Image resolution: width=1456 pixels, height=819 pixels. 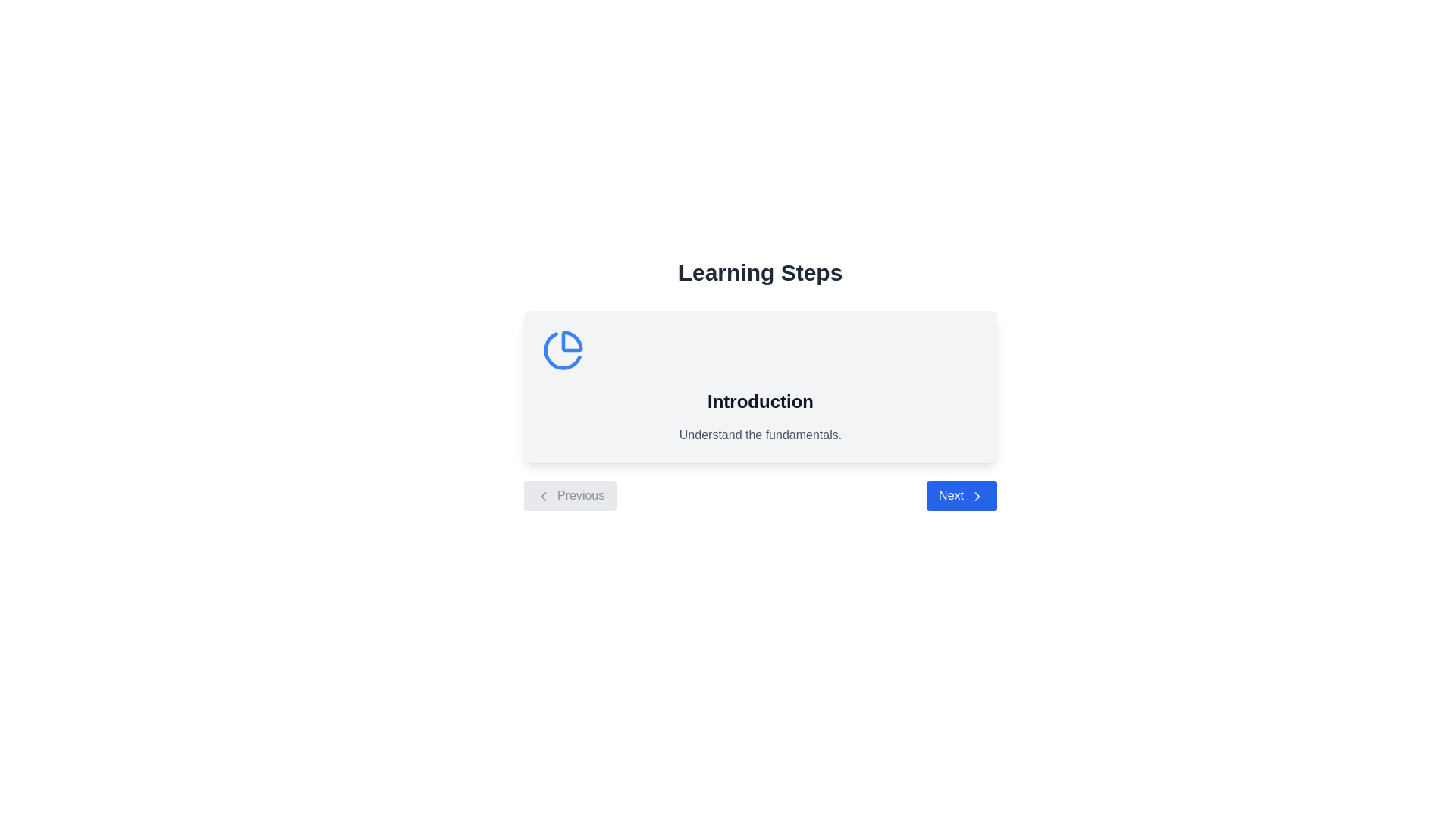 What do you see at coordinates (570, 496) in the screenshot?
I see `the 'Previous' button, which is a rectangular button with rounded corners, light gray background, and dark gray text` at bounding box center [570, 496].